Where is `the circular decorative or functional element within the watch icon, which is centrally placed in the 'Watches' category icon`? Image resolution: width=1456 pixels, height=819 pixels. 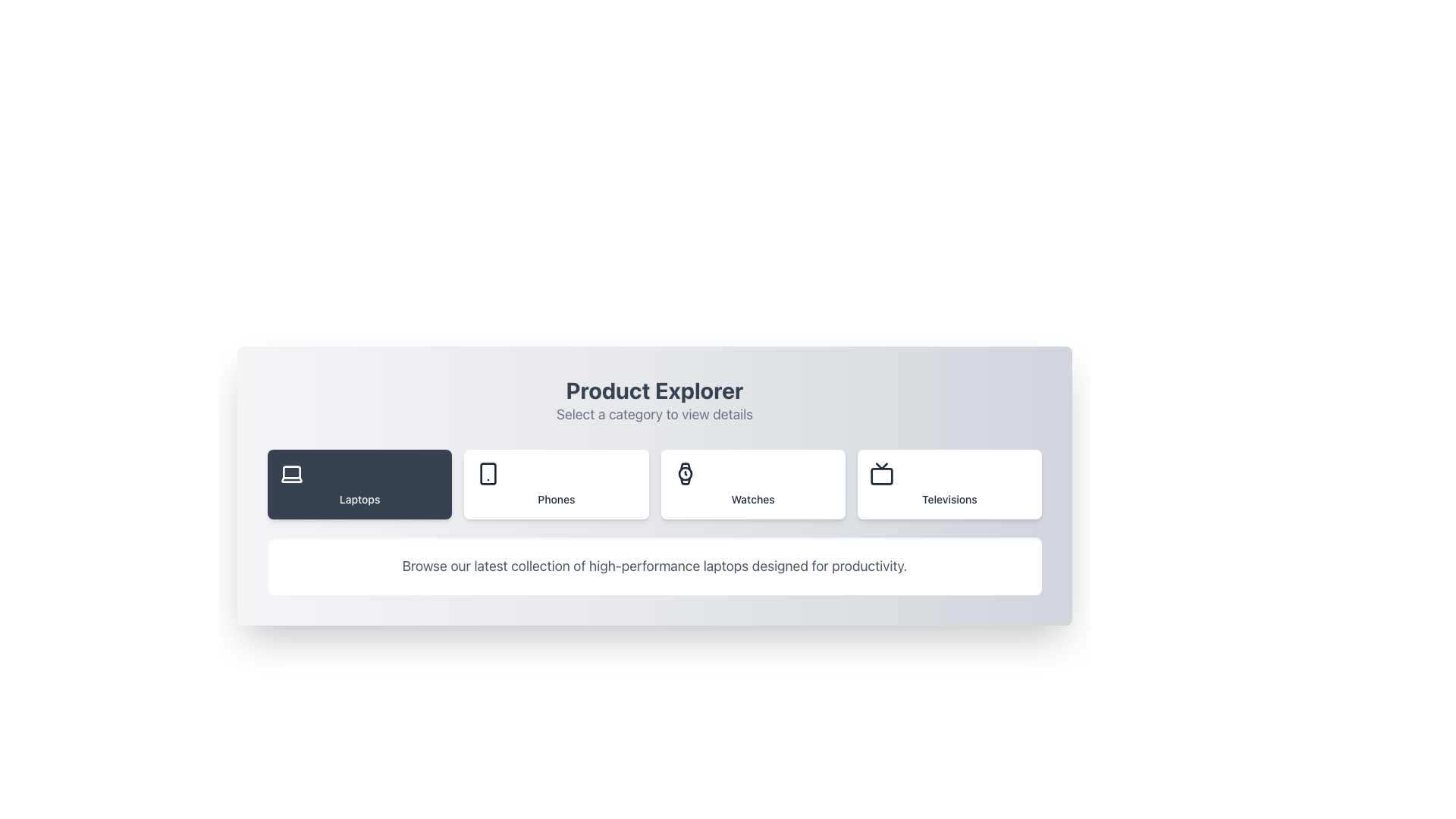 the circular decorative or functional element within the watch icon, which is centrally placed in the 'Watches' category icon is located at coordinates (684, 472).